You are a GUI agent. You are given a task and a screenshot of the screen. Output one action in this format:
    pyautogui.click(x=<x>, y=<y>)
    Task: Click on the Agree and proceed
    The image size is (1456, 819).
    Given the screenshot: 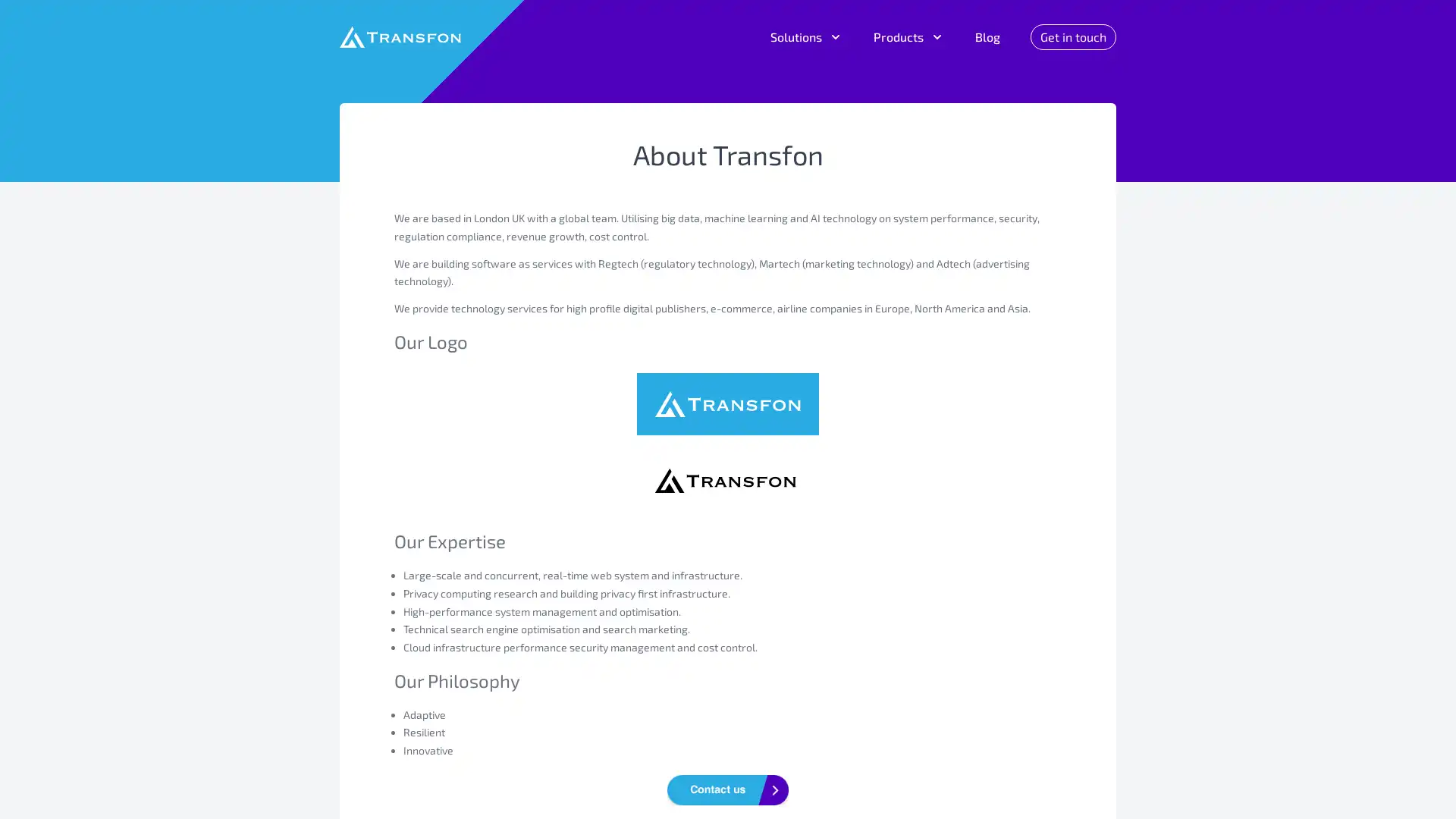 What is the action you would take?
    pyautogui.click(x=273, y=791)
    